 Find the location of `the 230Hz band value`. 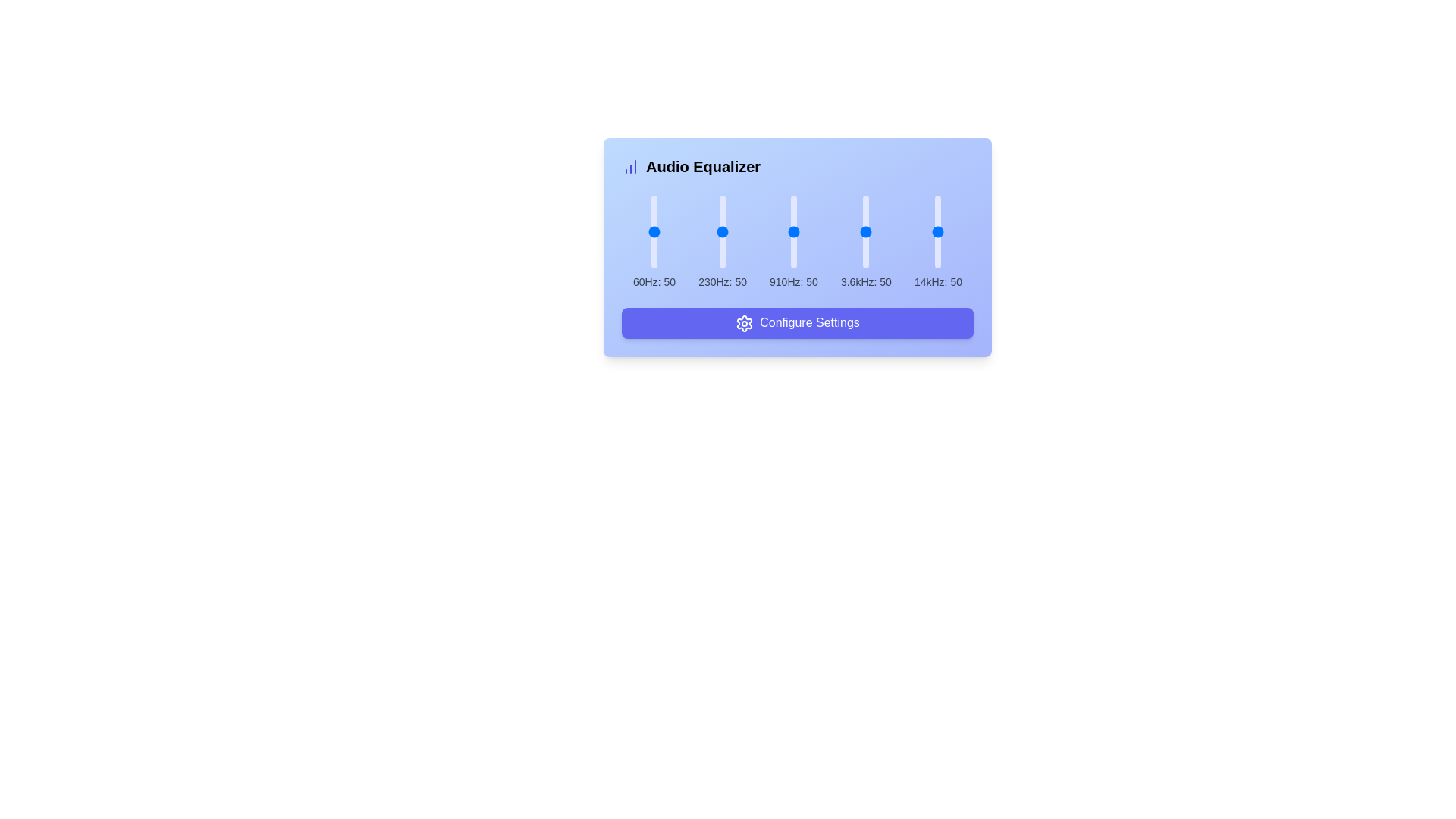

the 230Hz band value is located at coordinates (722, 212).